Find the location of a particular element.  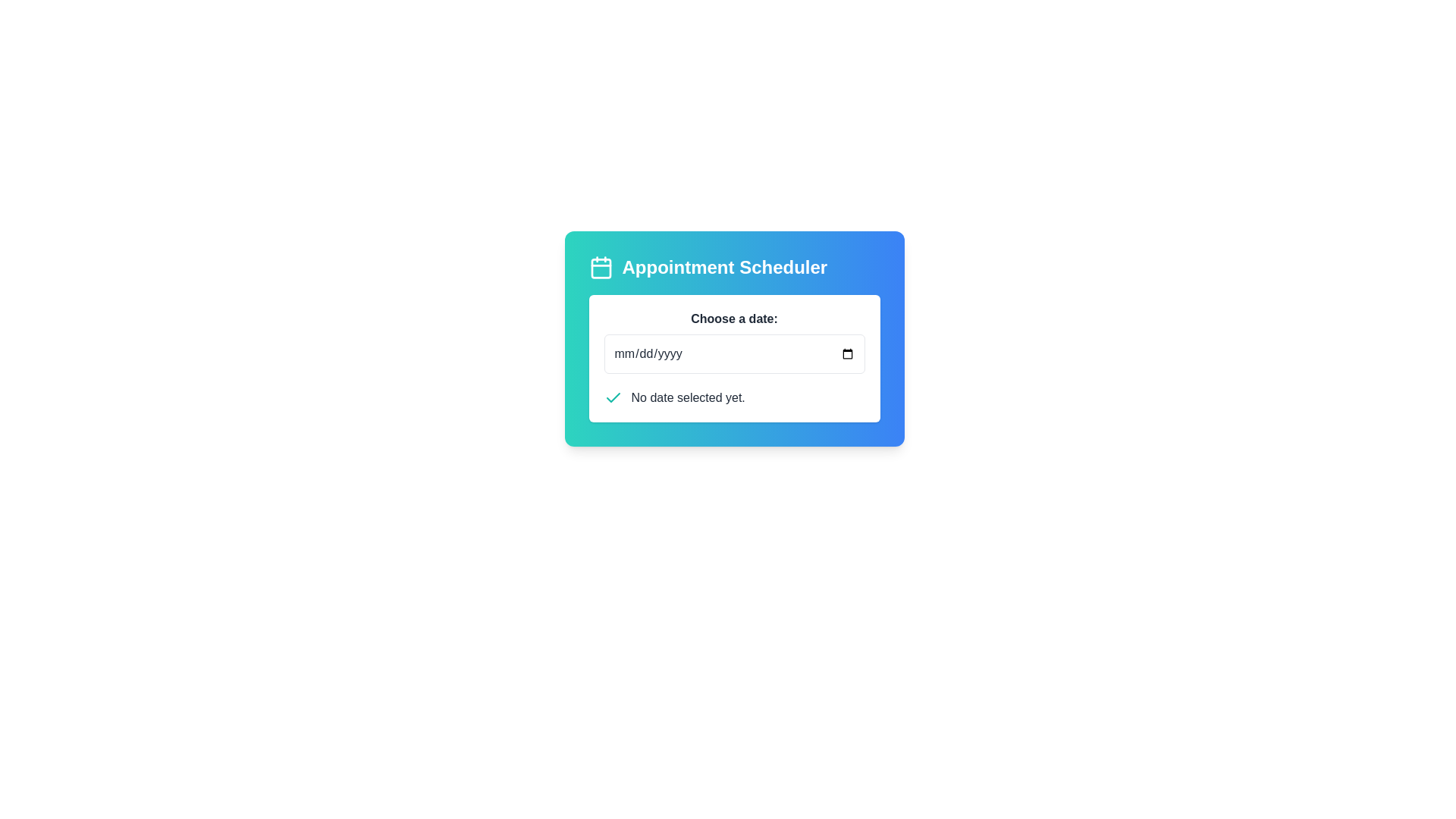

the Text label that indicates no date has been chosen yet, which is located to the right of a green checkmark icon in the date selection widget is located at coordinates (687, 397).